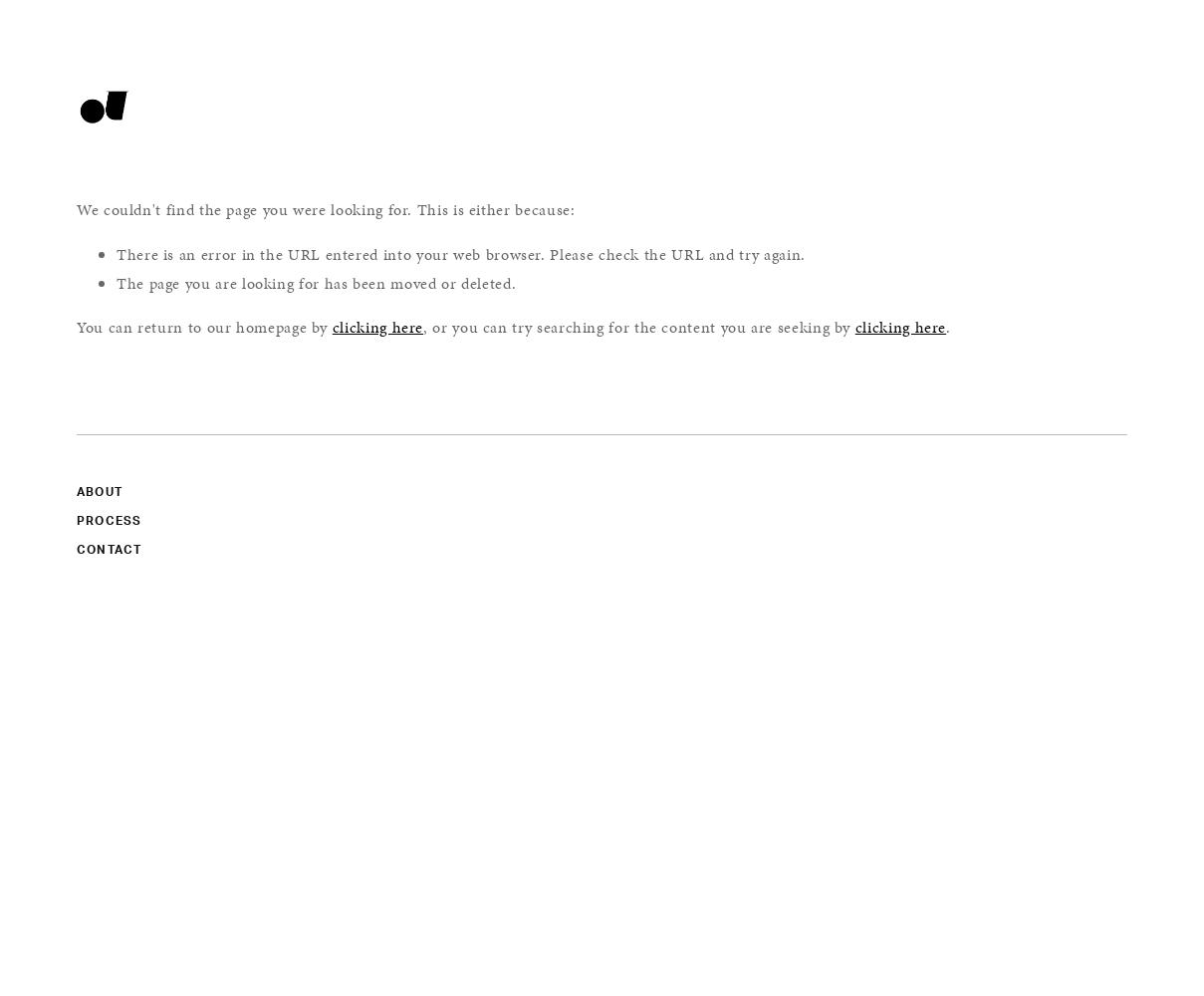  What do you see at coordinates (638, 326) in the screenshot?
I see `', or you can try searching for the
  content you are seeking by'` at bounding box center [638, 326].